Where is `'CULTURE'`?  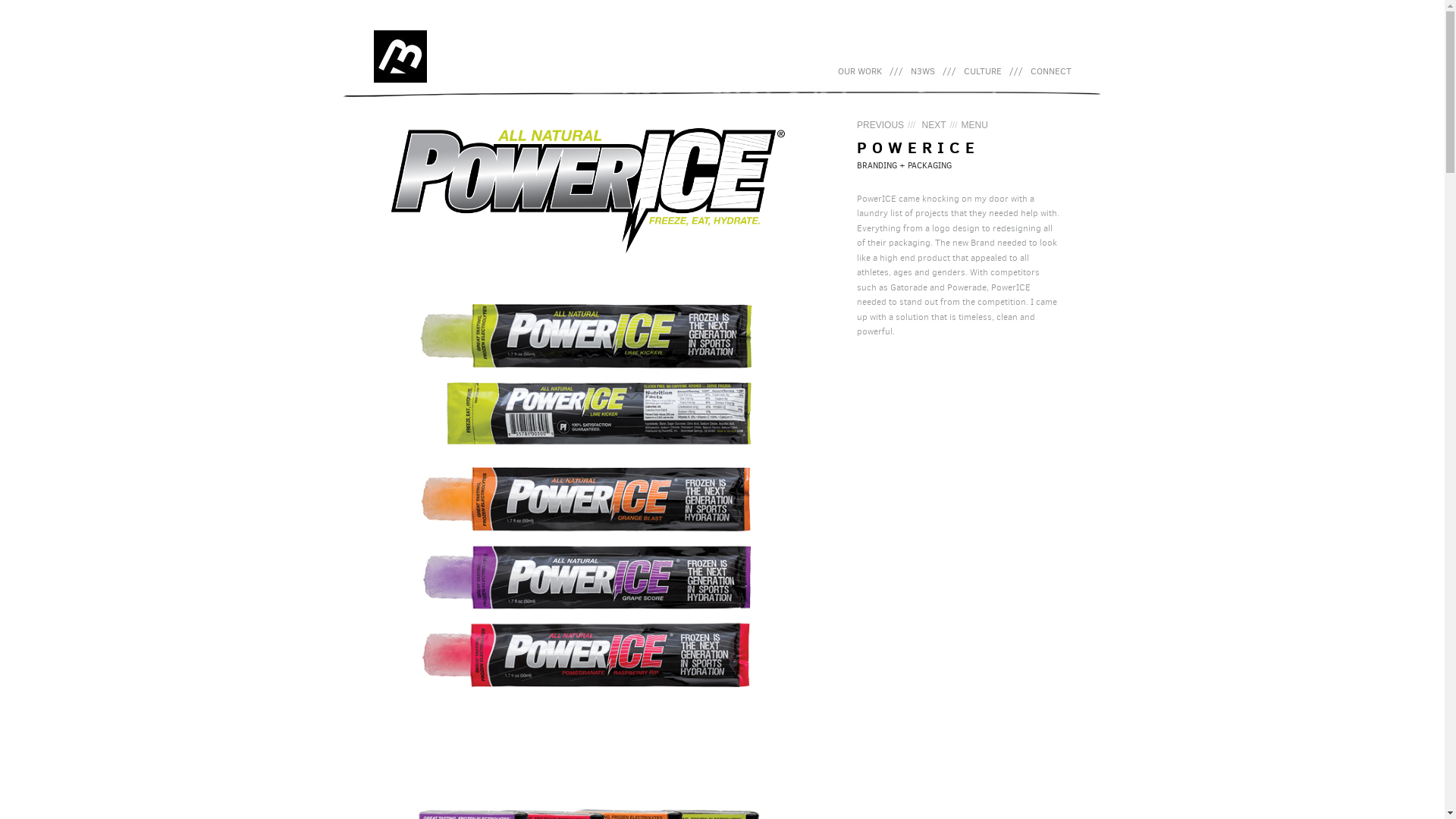
'CULTURE' is located at coordinates (959, 72).